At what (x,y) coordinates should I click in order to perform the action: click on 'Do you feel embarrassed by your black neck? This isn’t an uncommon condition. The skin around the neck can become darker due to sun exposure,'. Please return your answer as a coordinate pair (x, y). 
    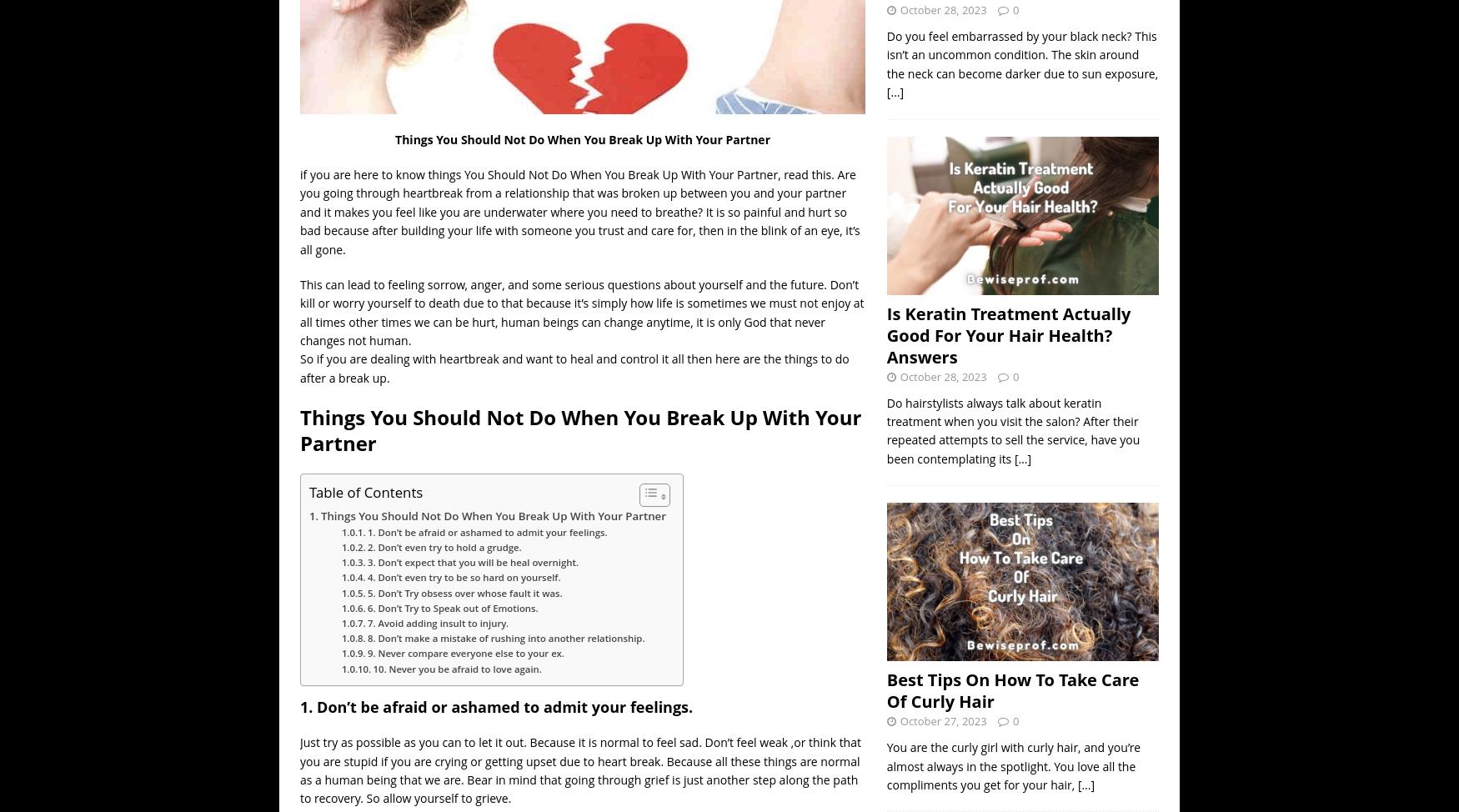
    Looking at the image, I should click on (1022, 53).